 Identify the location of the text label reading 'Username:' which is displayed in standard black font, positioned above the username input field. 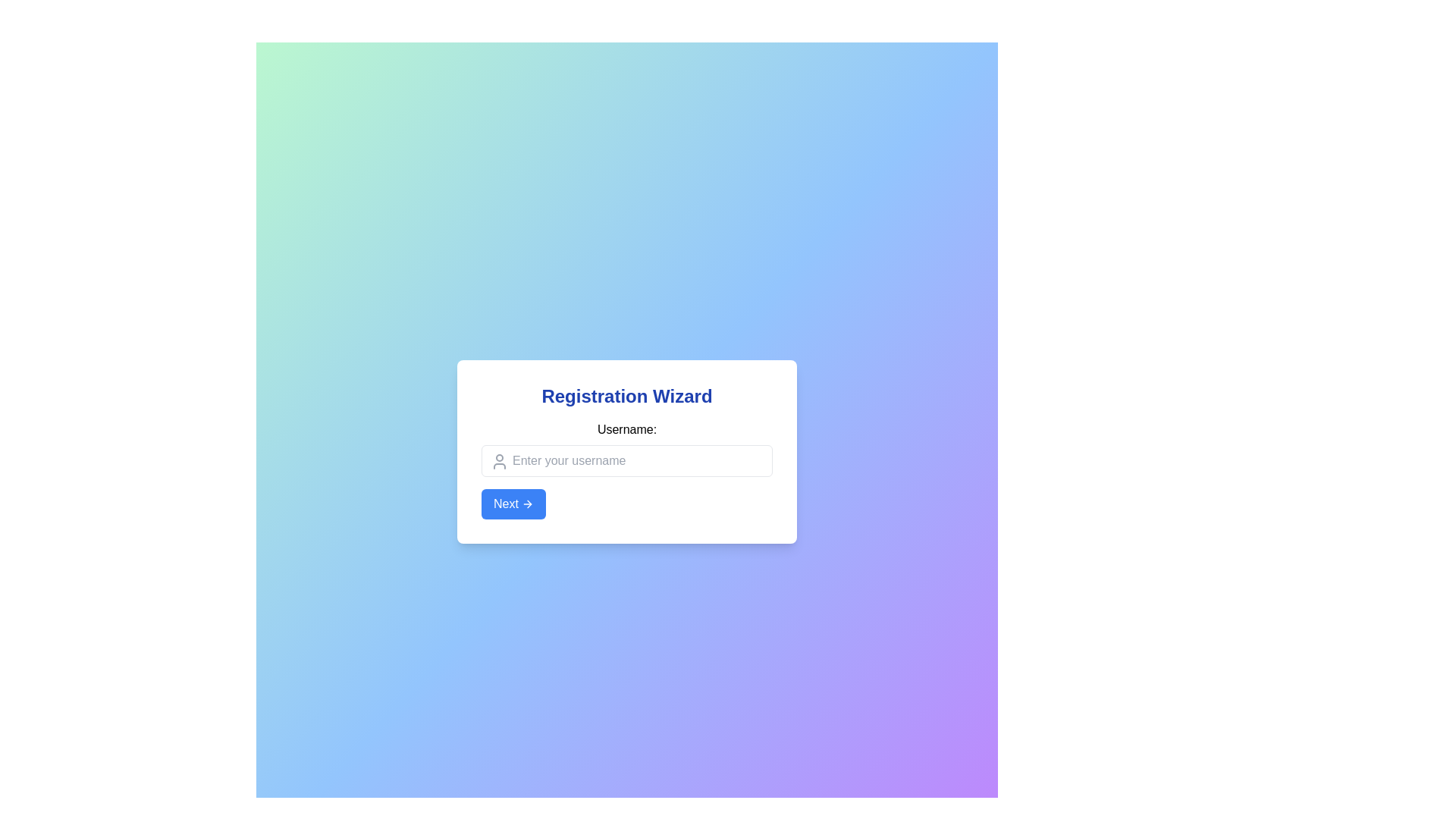
(626, 430).